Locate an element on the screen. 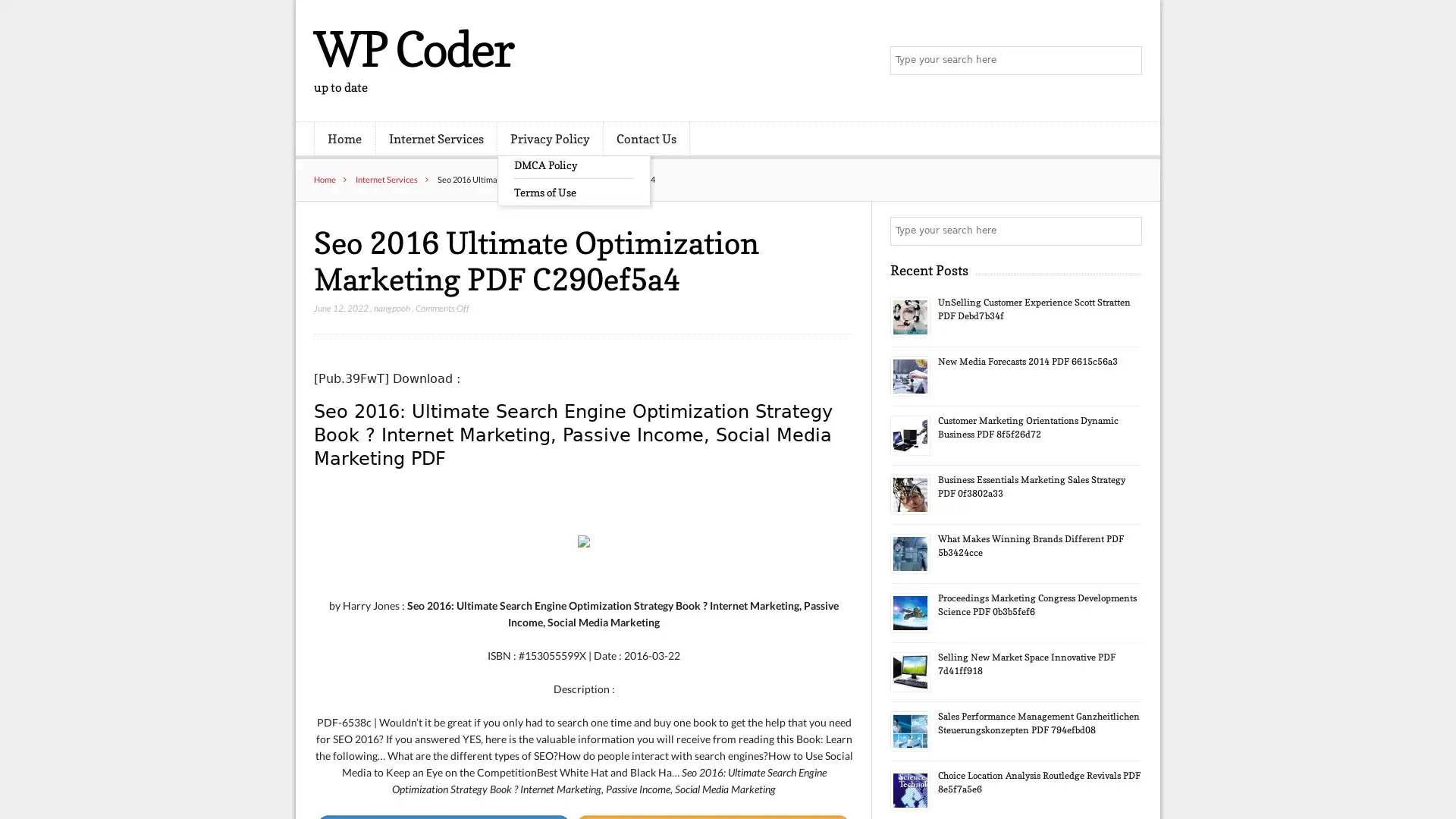  Search is located at coordinates (1126, 231).